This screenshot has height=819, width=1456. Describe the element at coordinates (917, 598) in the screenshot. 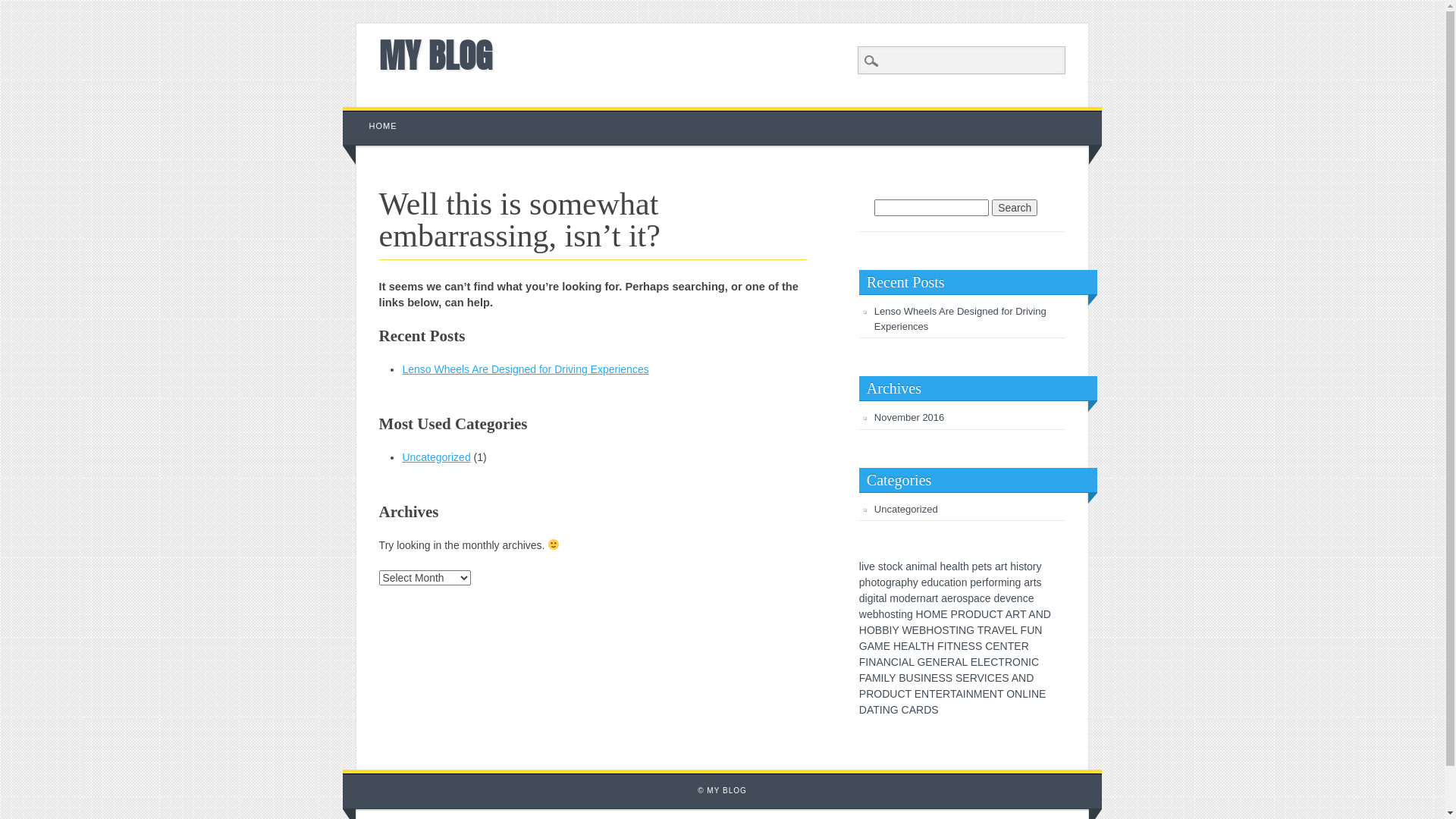

I see `'r'` at that location.